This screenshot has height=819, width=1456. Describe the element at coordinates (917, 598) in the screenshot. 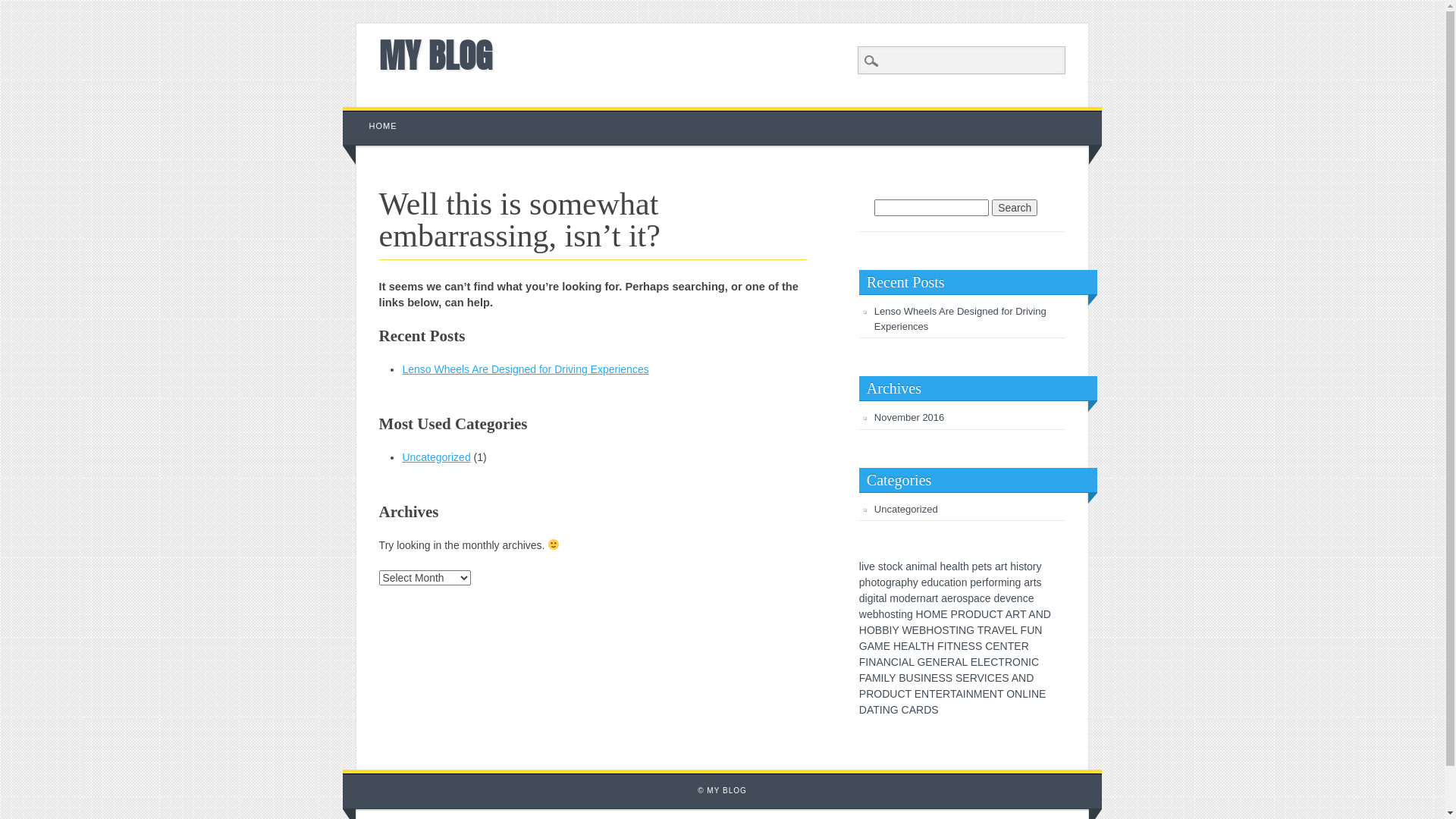

I see `'r'` at that location.